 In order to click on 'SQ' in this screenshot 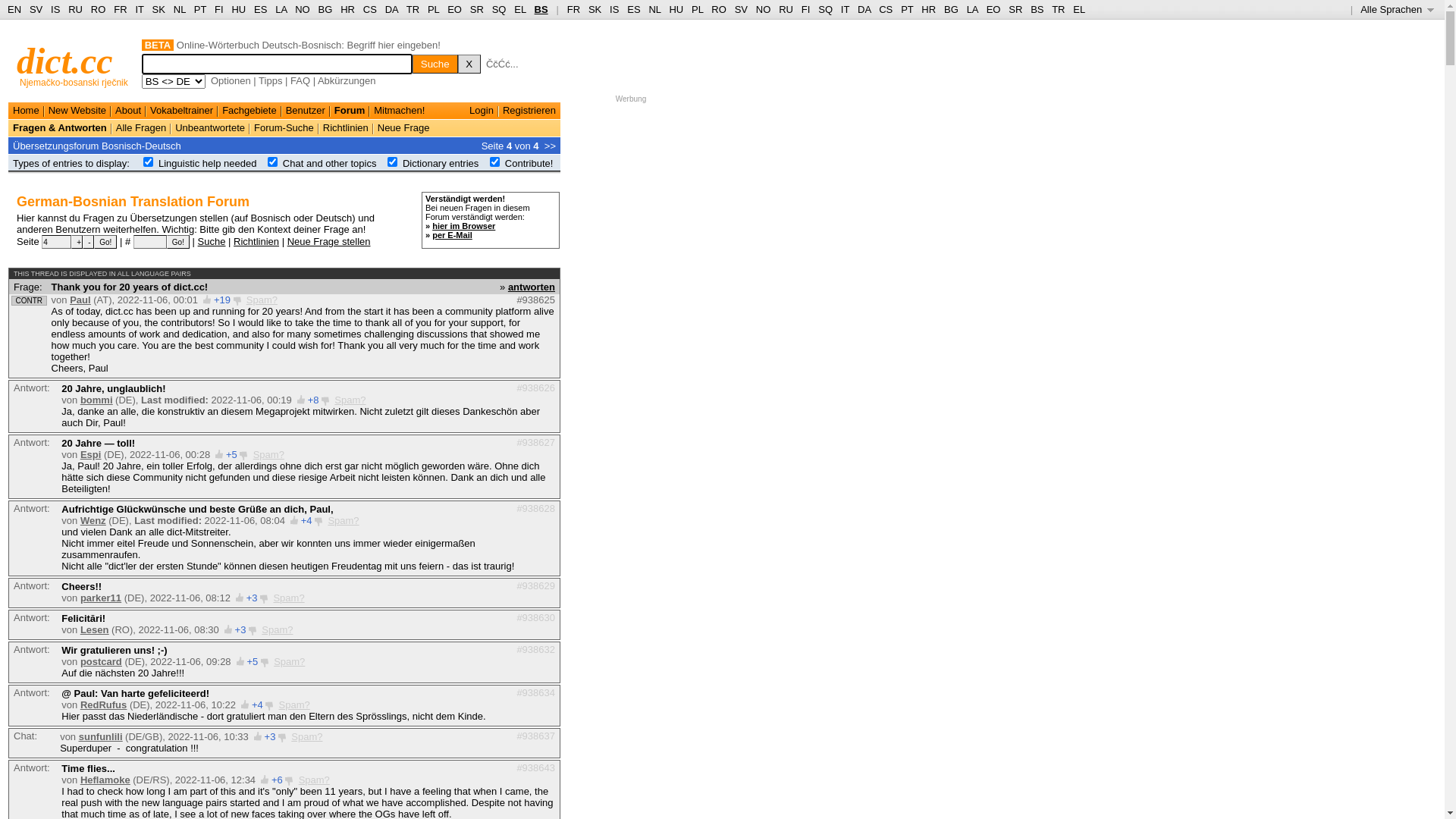, I will do `click(499, 9)`.